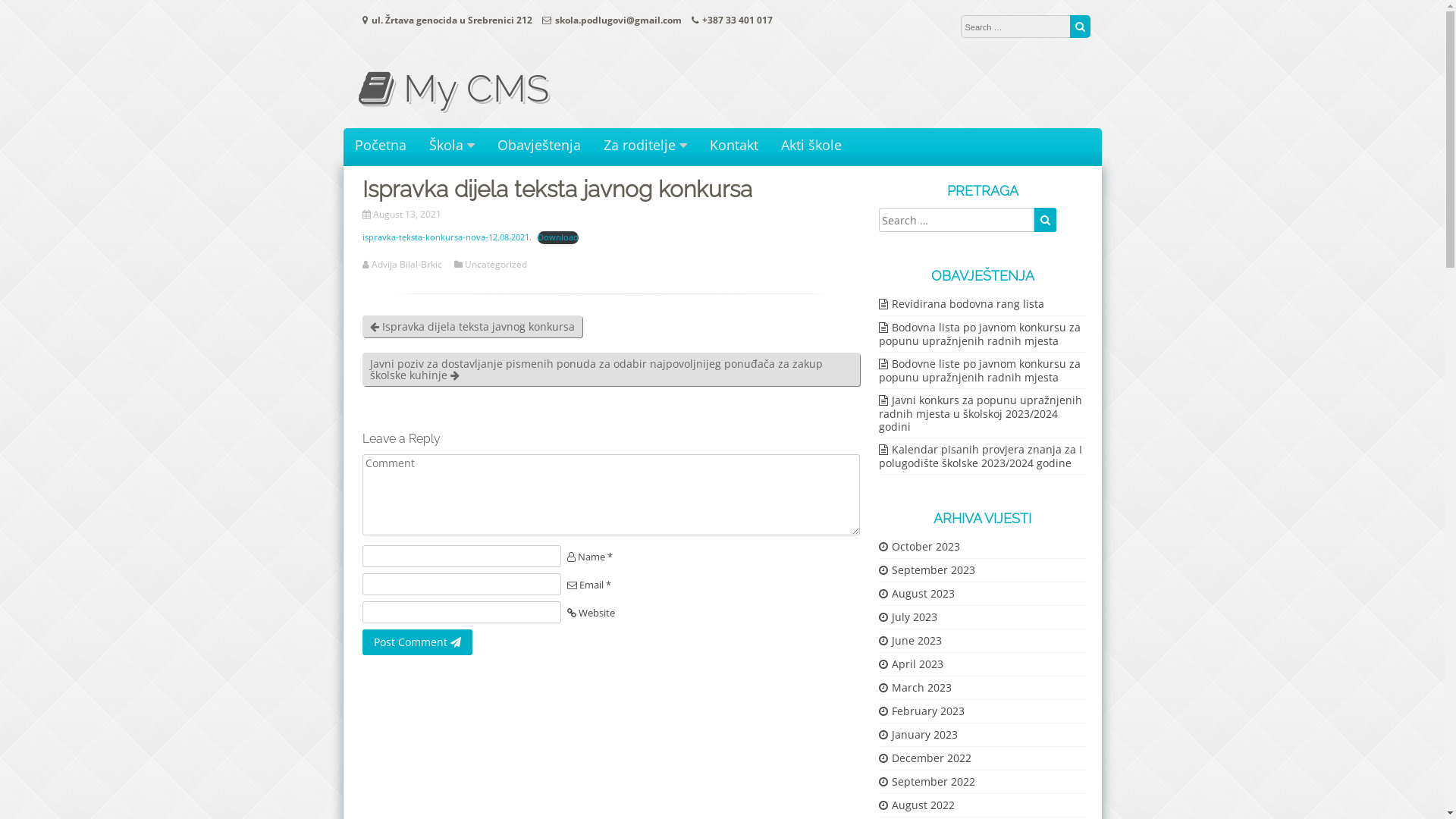  I want to click on 'Search', so click(1044, 219).